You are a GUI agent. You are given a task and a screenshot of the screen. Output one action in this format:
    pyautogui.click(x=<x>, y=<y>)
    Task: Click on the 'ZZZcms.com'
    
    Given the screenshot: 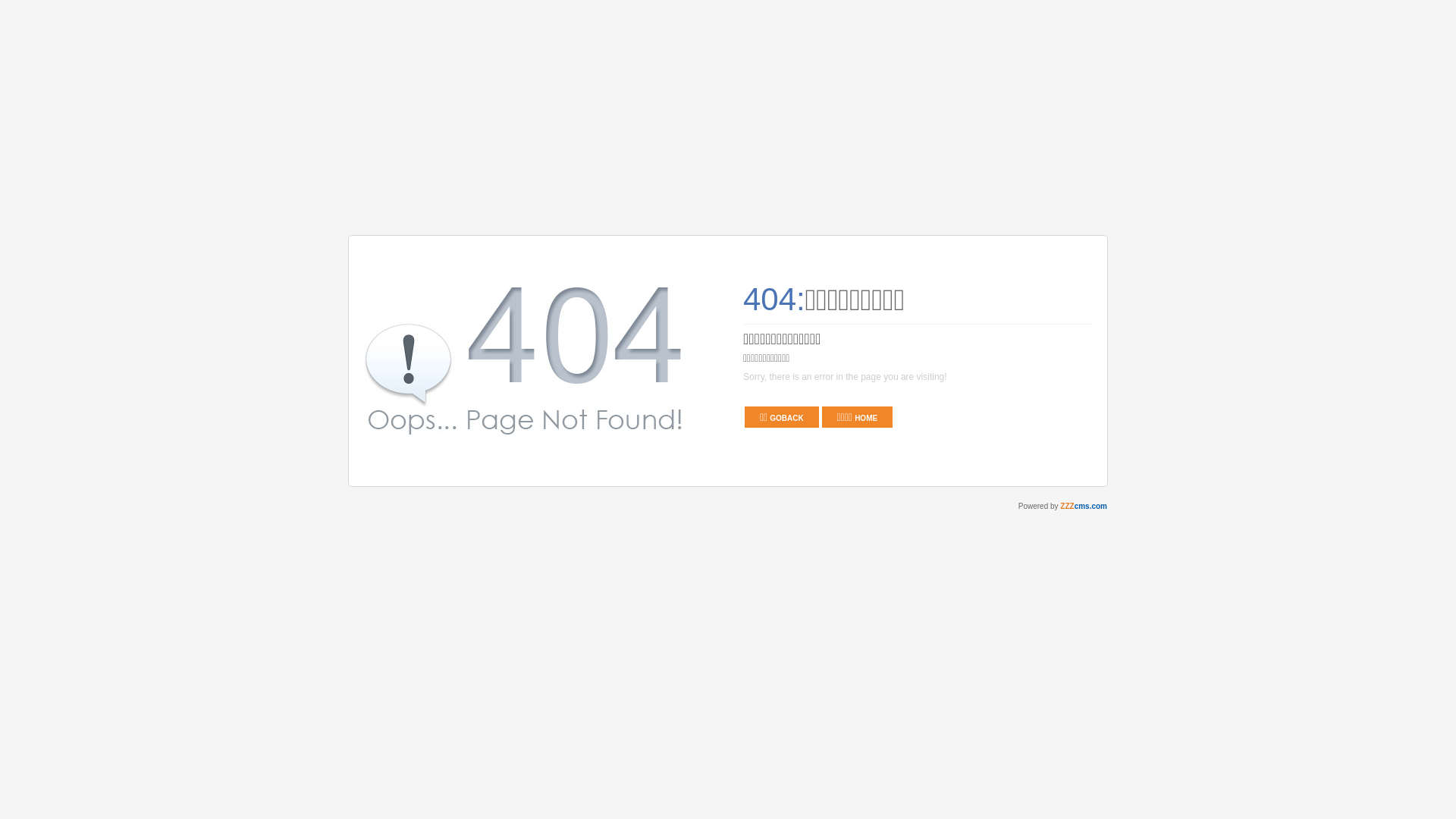 What is the action you would take?
    pyautogui.click(x=1083, y=506)
    